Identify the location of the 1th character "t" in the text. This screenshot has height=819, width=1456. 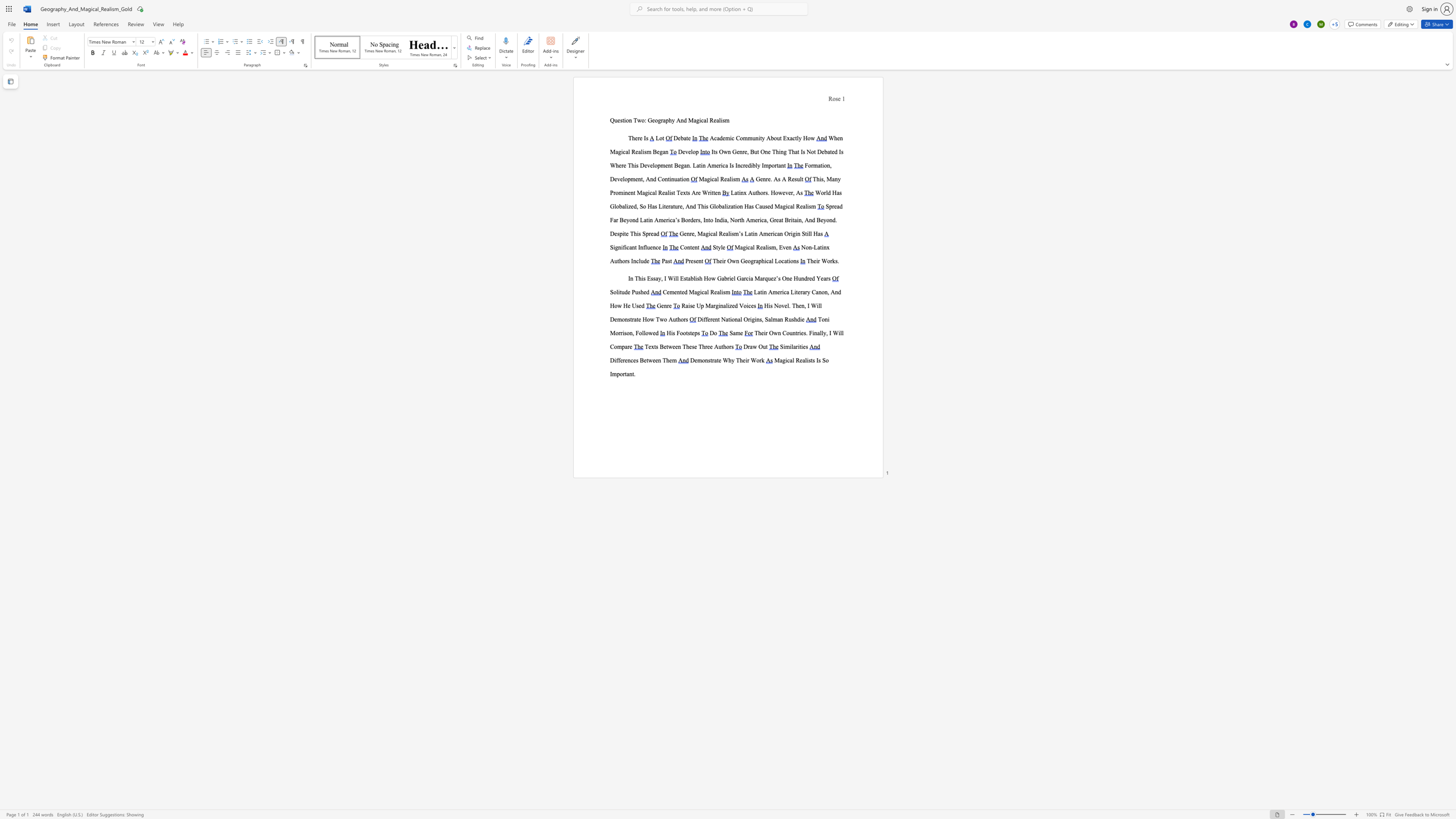
(802, 179).